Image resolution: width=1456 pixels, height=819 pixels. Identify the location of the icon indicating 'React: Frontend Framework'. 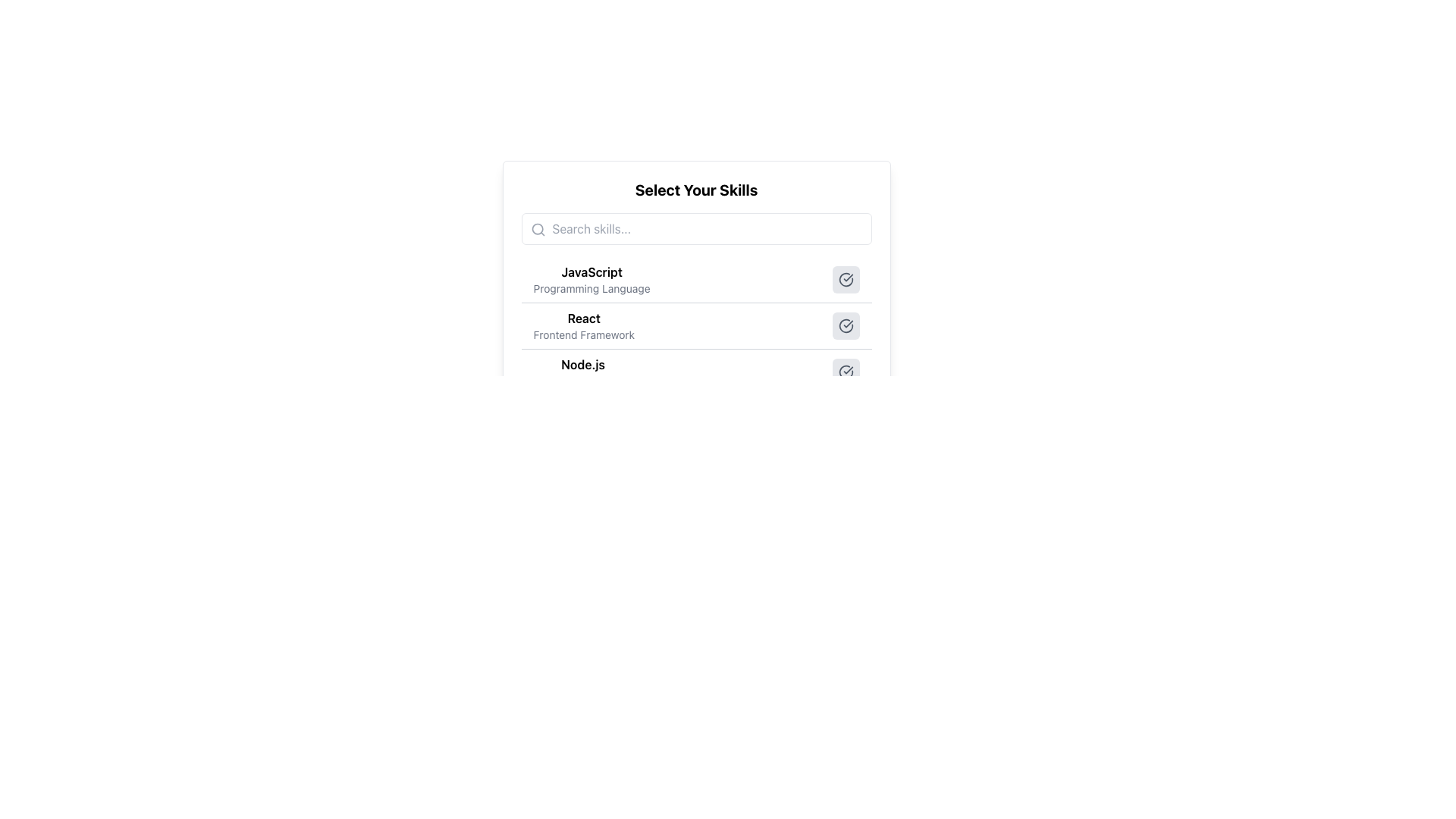
(845, 325).